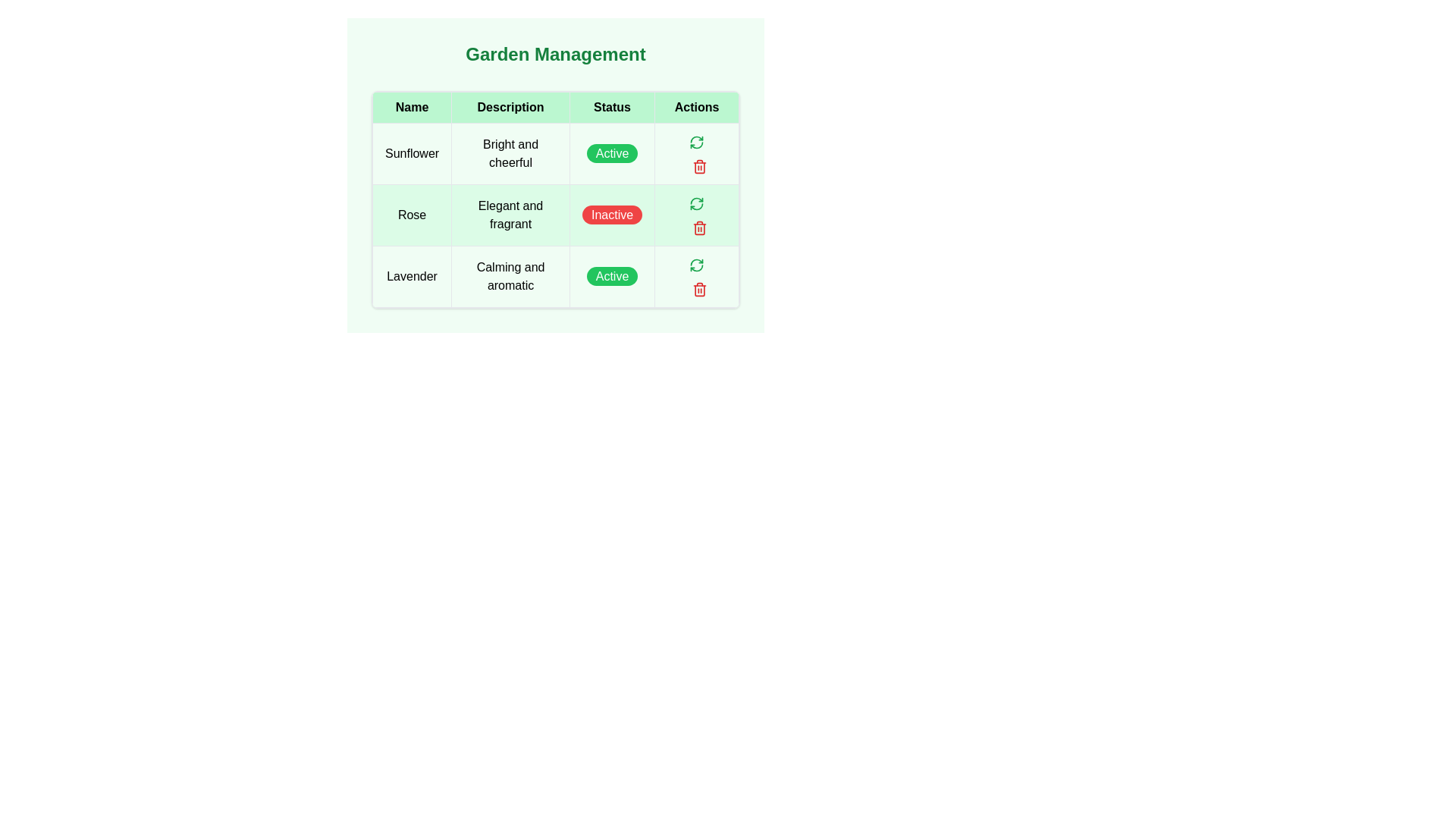 The width and height of the screenshot is (1456, 819). I want to click on the delete button located in the 'Actions' column of the table row corresponding to the 'Rose' item, so click(699, 227).